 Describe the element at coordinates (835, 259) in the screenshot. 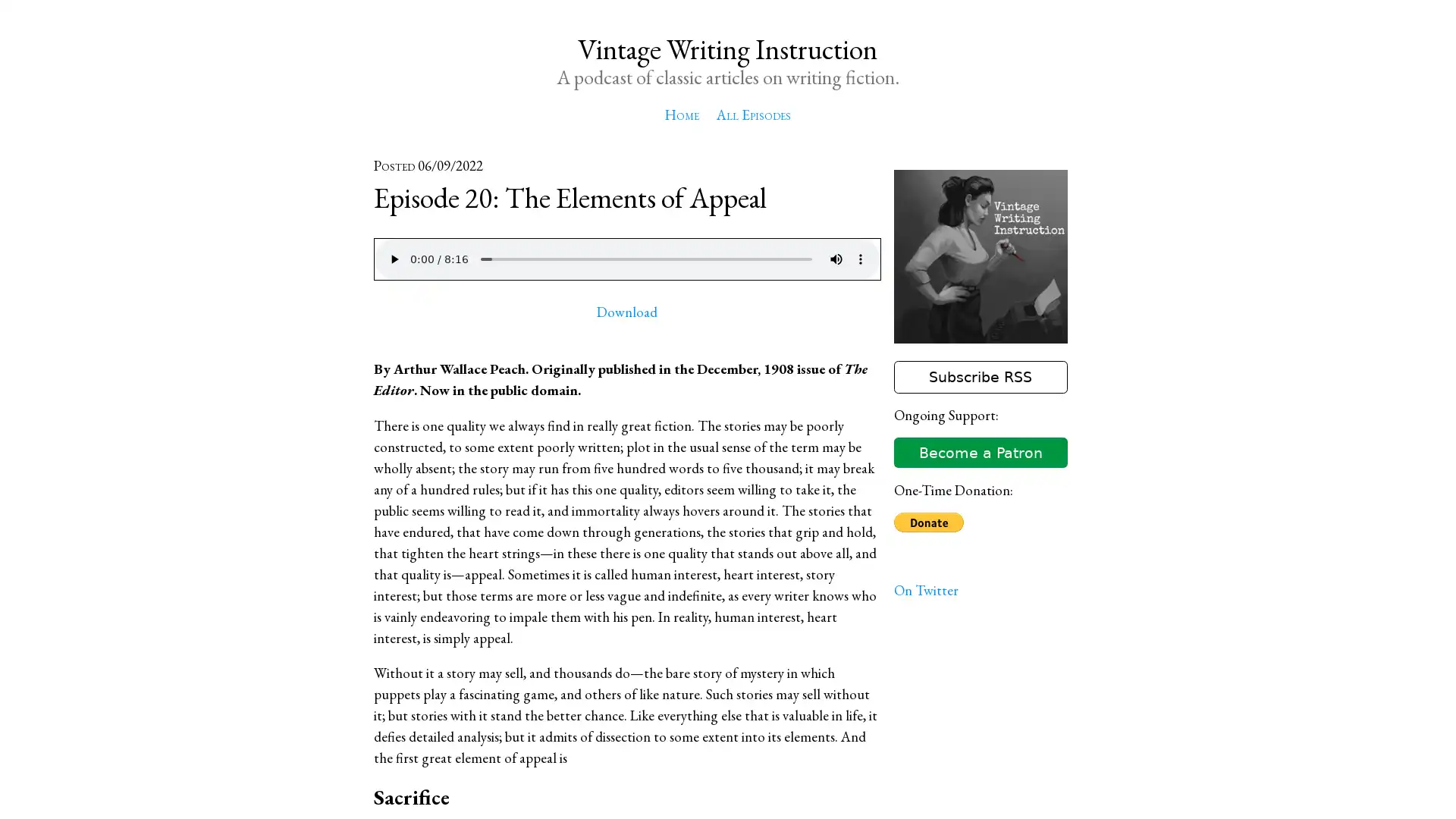

I see `mute` at that location.